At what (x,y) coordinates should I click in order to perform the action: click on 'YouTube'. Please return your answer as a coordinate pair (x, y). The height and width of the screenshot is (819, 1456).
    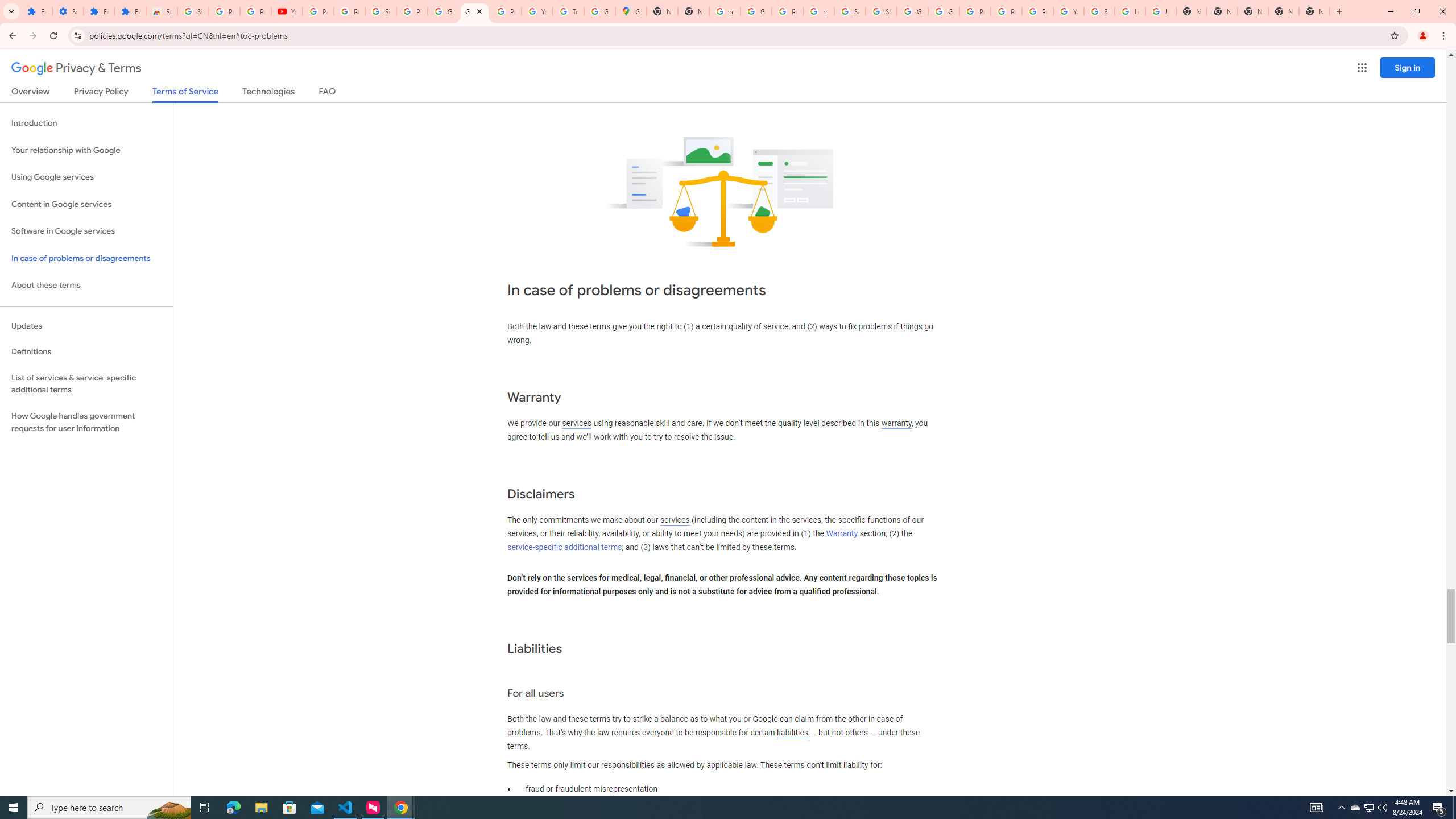
    Looking at the image, I should click on (1069, 11).